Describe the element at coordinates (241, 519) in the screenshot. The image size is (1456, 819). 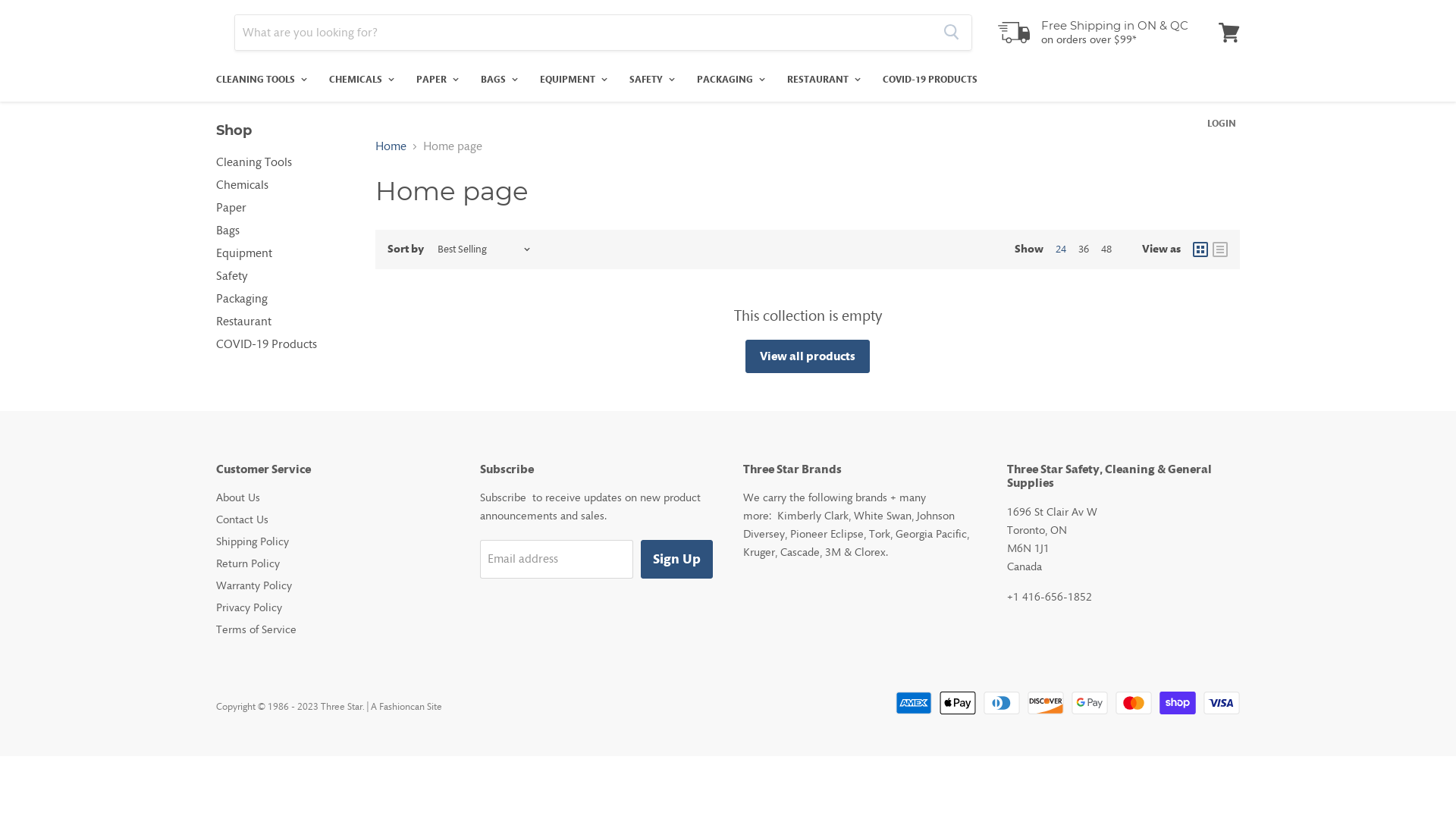
I see `'Contact Us'` at that location.